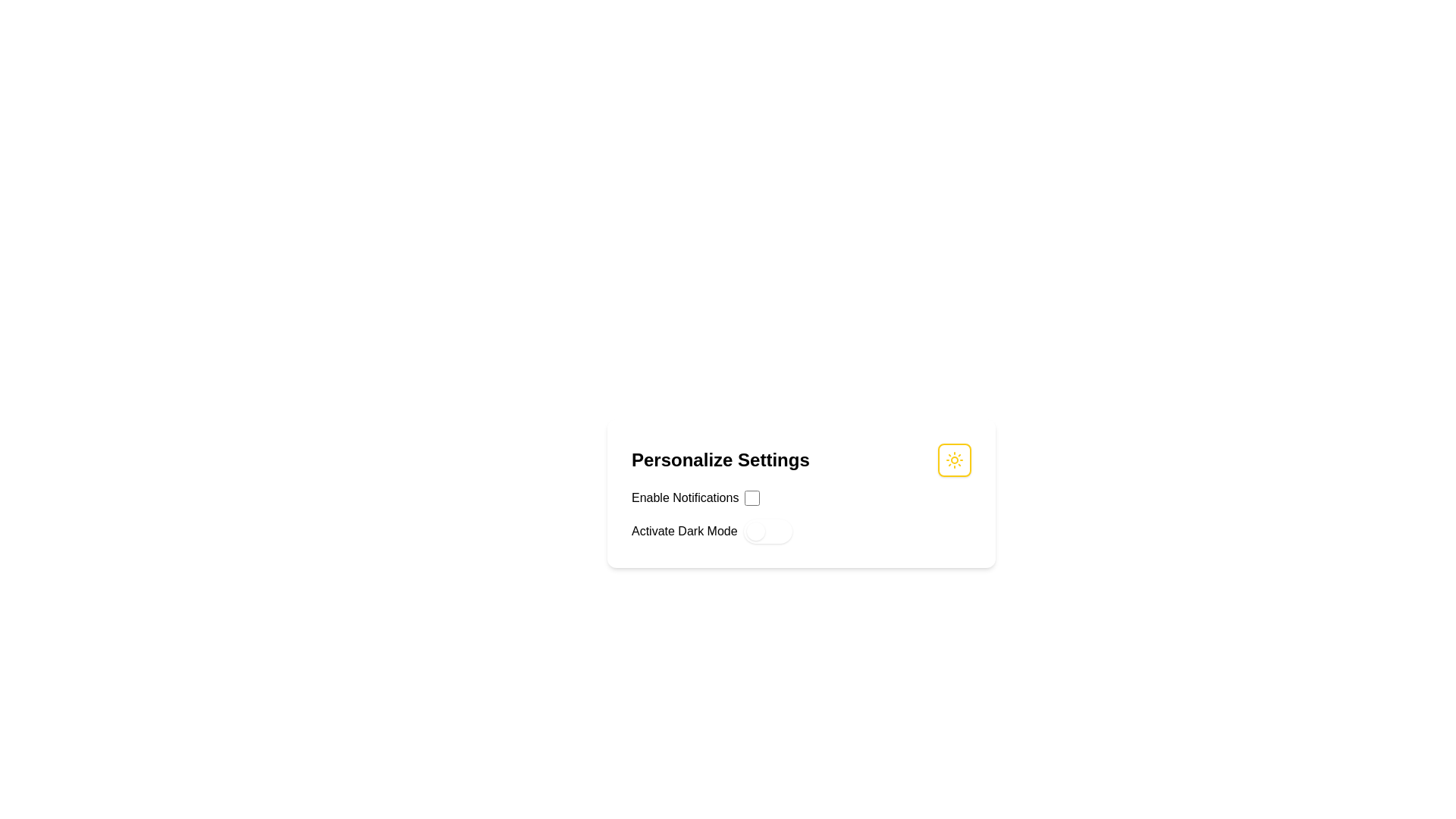 Image resolution: width=1456 pixels, height=819 pixels. What do you see at coordinates (762, 531) in the screenshot?
I see `the toggle` at bounding box center [762, 531].